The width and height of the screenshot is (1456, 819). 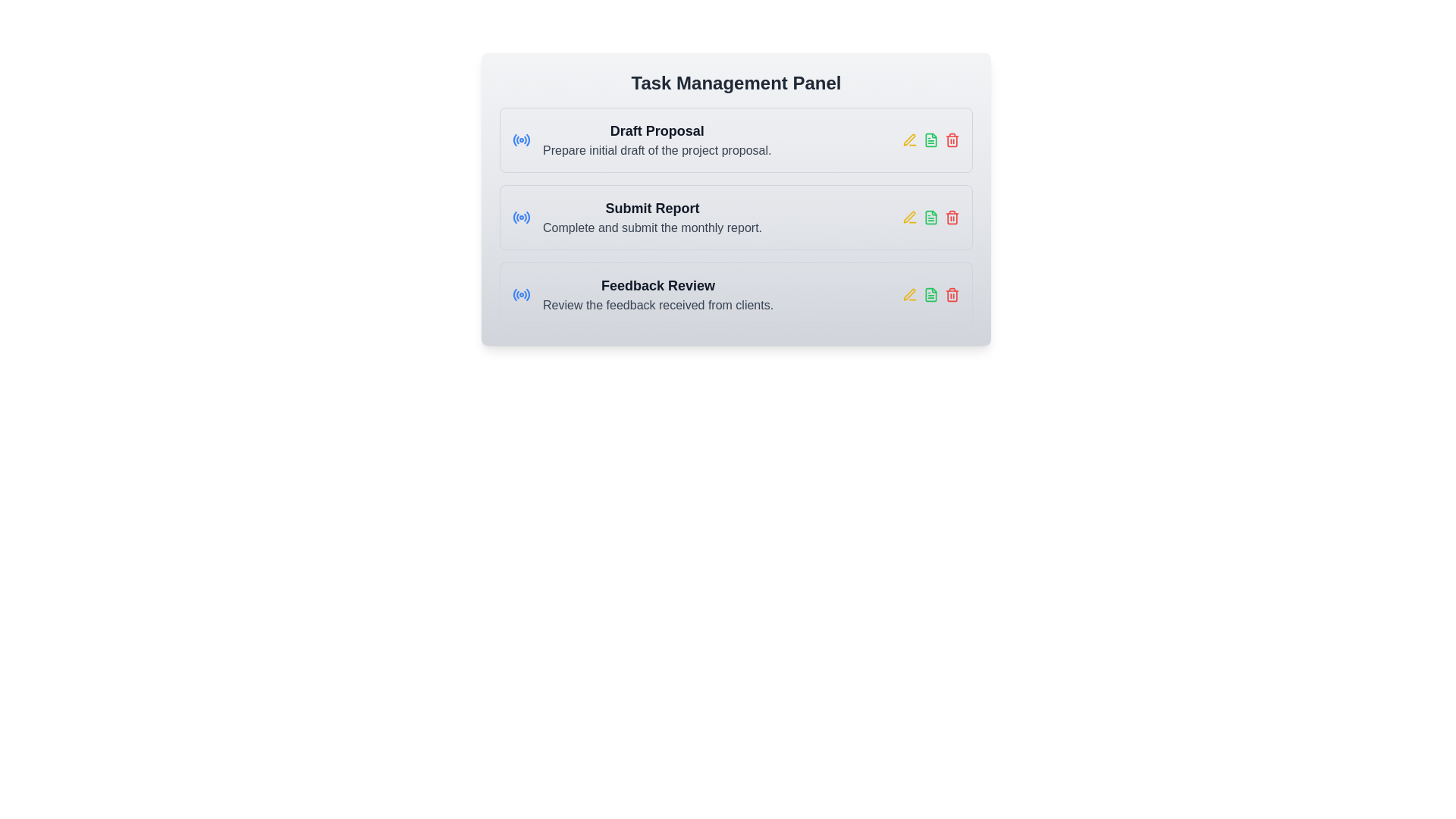 I want to click on the 'Feedback Review' text label in the 'Task Management Panel' section, which is the third item in the list and has a bold first line and a lighter second line, so click(x=658, y=295).